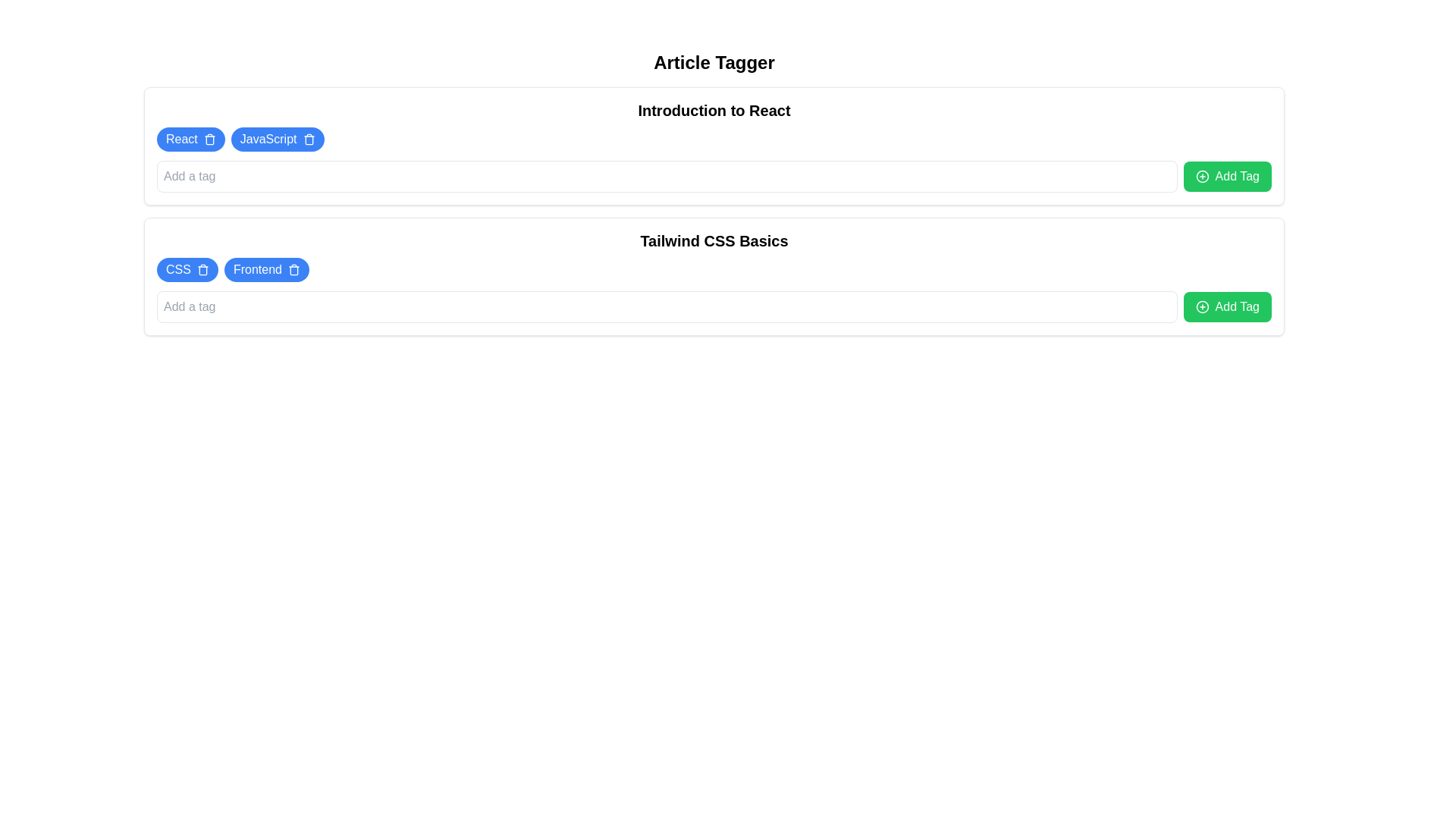  What do you see at coordinates (190, 140) in the screenshot?
I see `the React tag element` at bounding box center [190, 140].